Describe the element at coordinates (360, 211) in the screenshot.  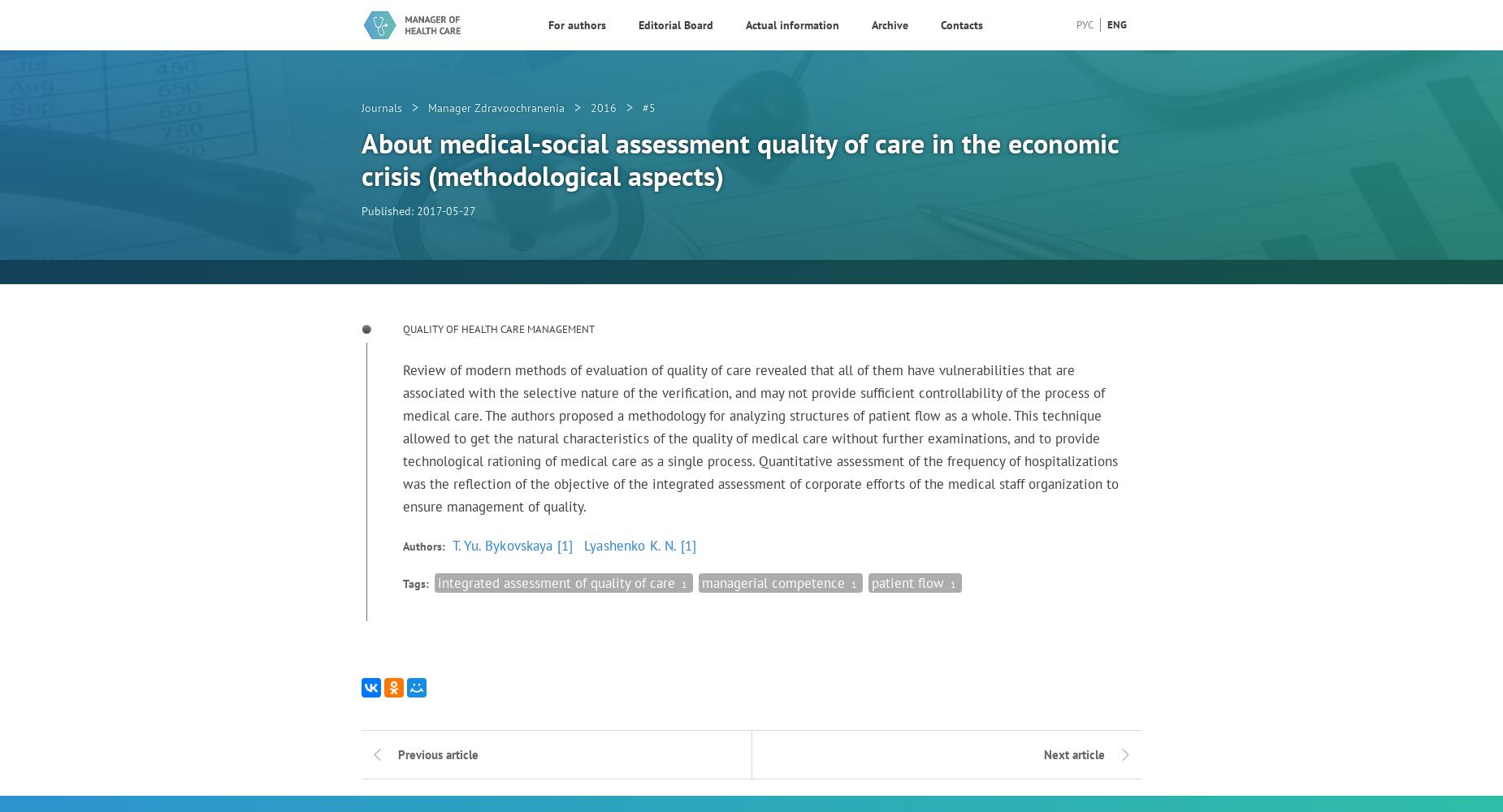
I see `'Published: 2017-05-27'` at that location.